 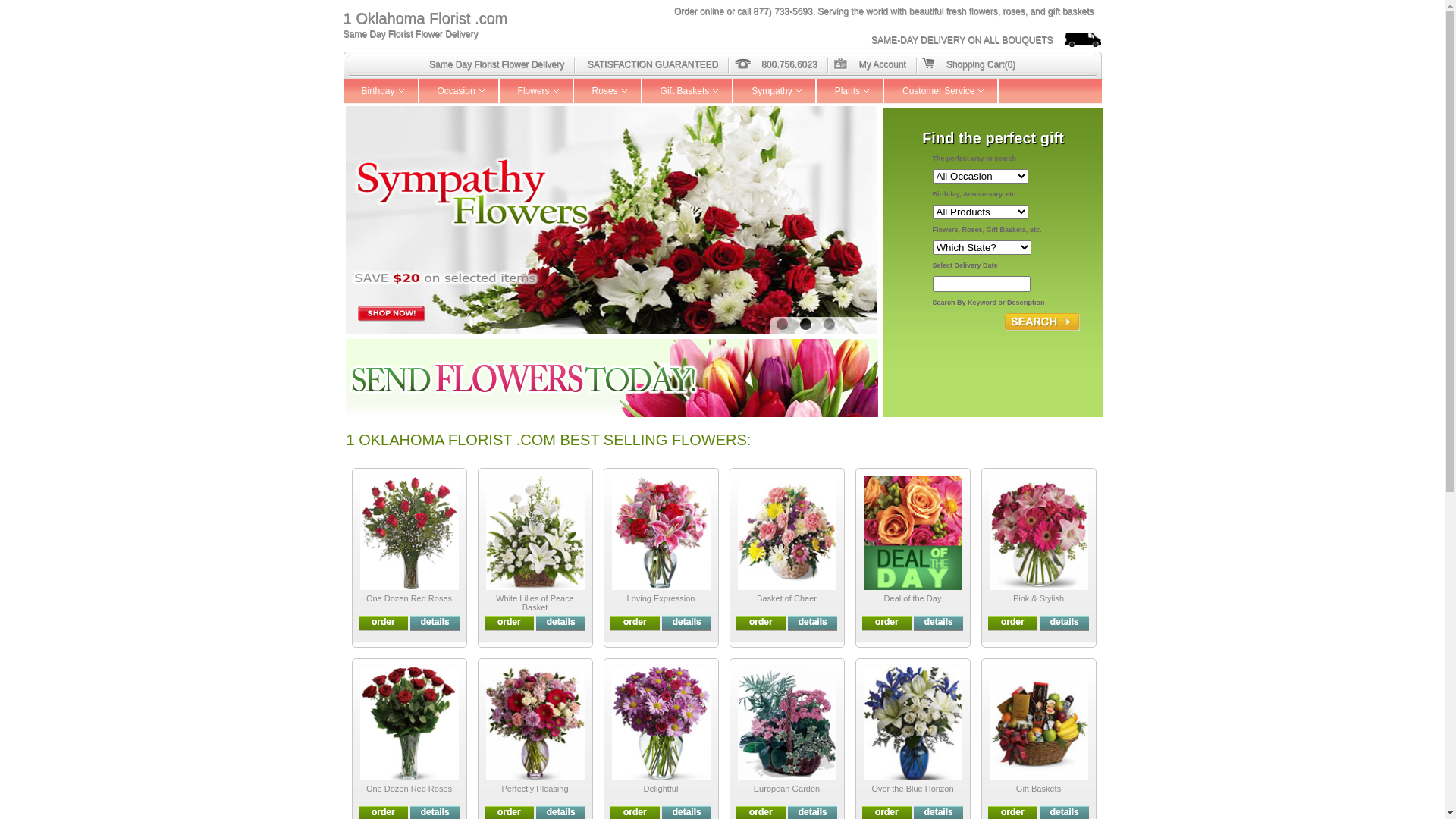 What do you see at coordinates (607, 90) in the screenshot?
I see `'Roses'` at bounding box center [607, 90].